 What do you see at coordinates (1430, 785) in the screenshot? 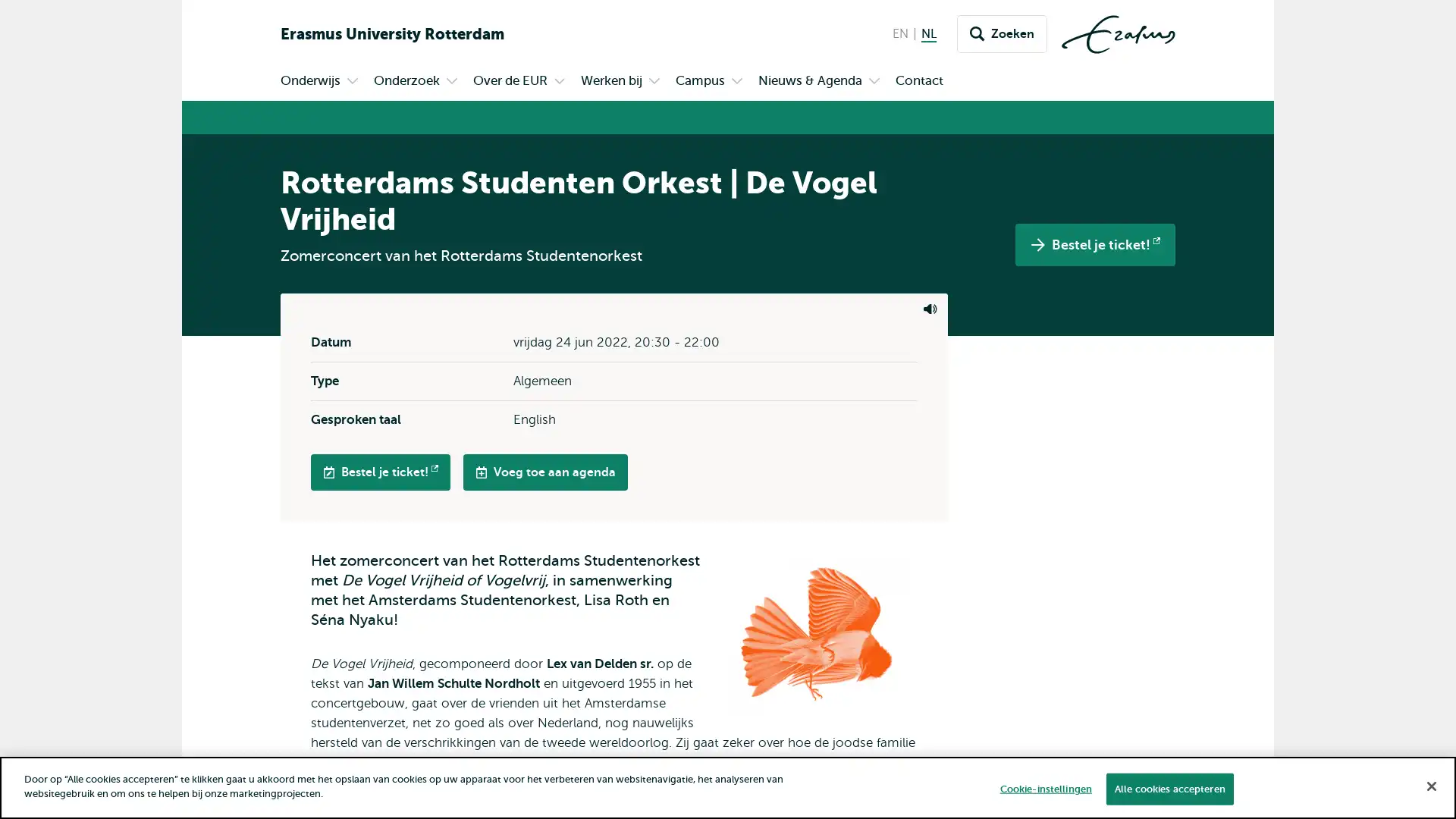
I see `Sluiten` at bounding box center [1430, 785].